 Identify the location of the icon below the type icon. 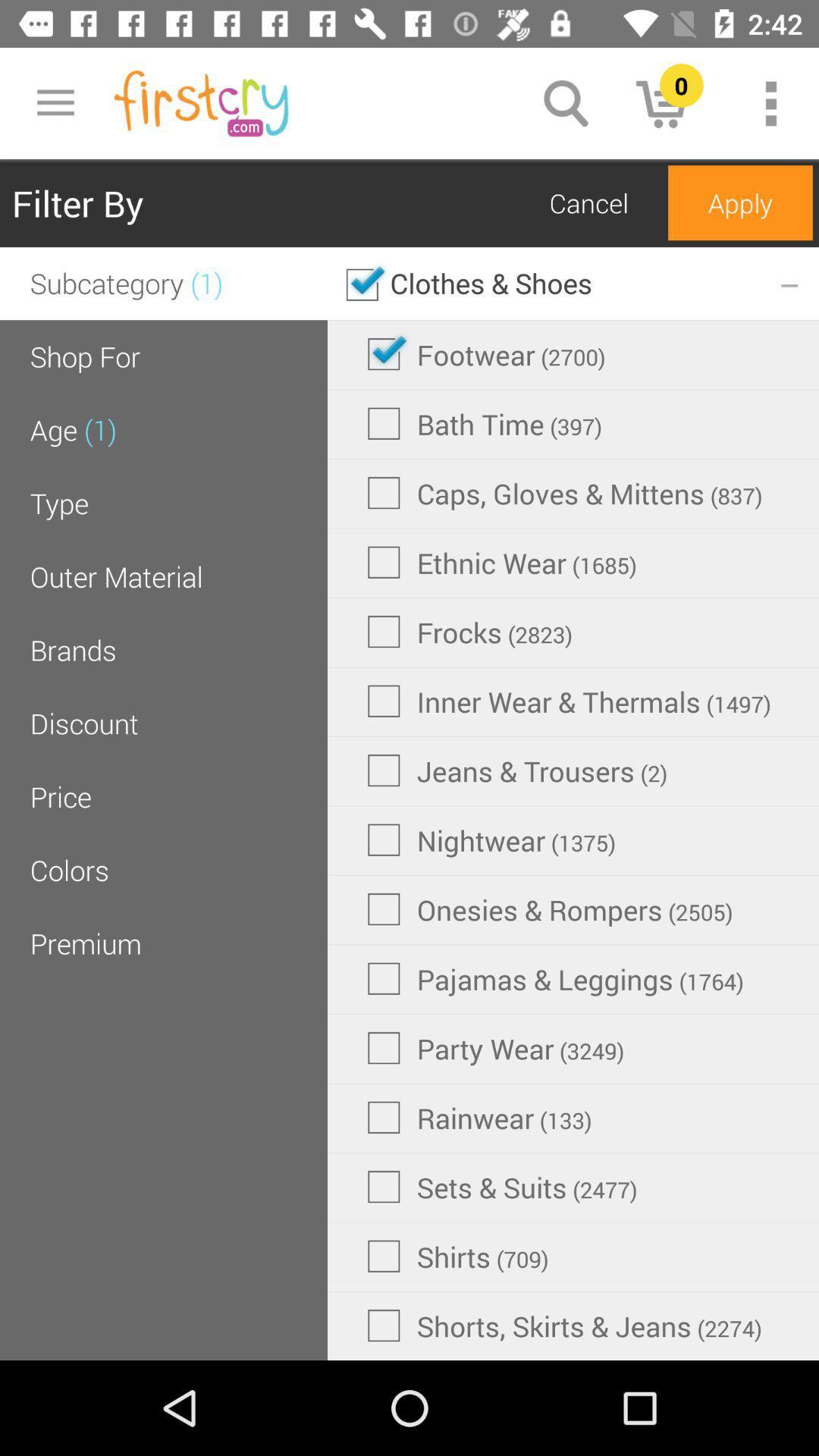
(115, 576).